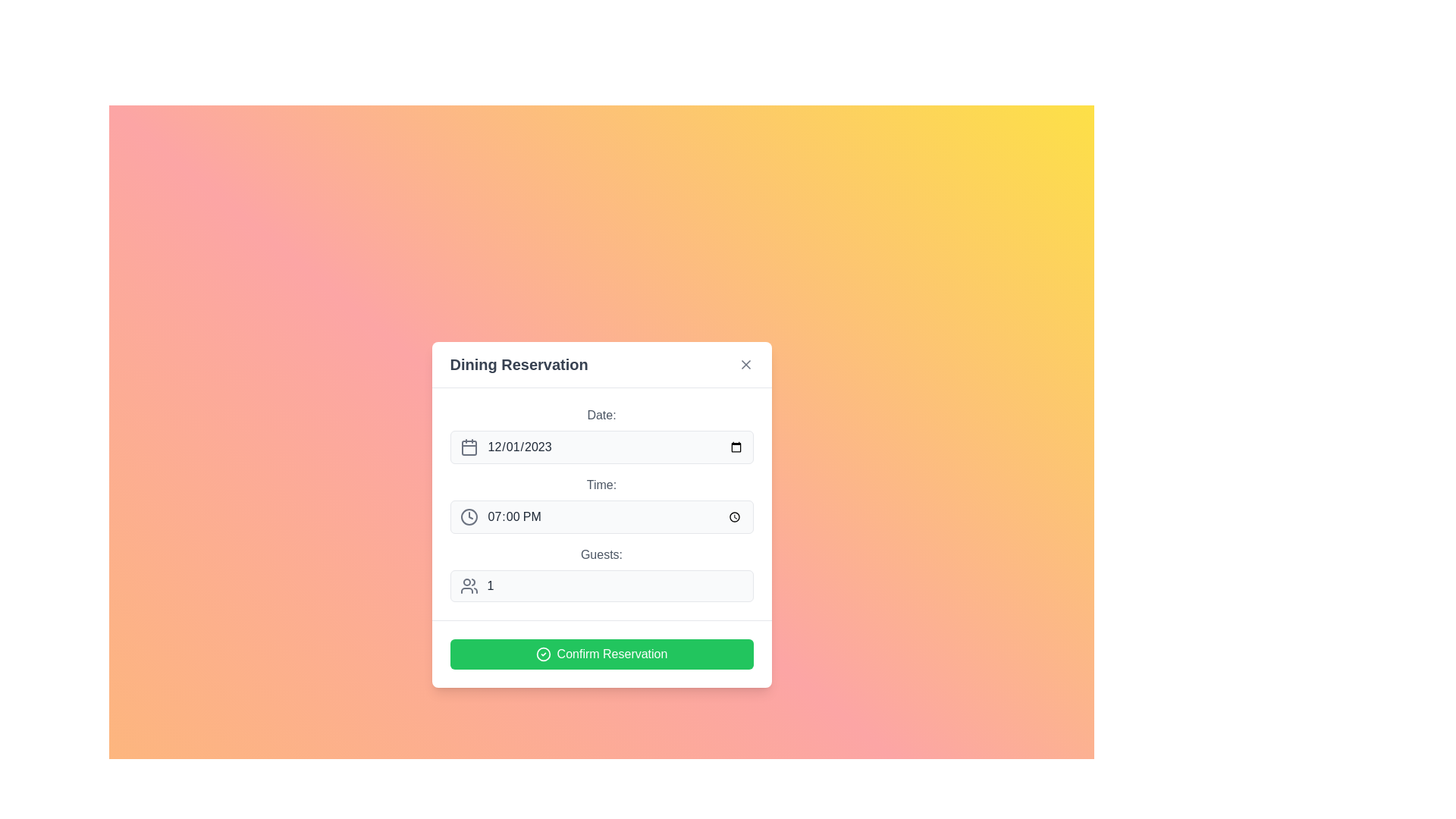 The image size is (1456, 819). What do you see at coordinates (519, 365) in the screenshot?
I see `text of the bold label that states 'Dining Reservation', located at the center coordinates of the dialog box` at bounding box center [519, 365].